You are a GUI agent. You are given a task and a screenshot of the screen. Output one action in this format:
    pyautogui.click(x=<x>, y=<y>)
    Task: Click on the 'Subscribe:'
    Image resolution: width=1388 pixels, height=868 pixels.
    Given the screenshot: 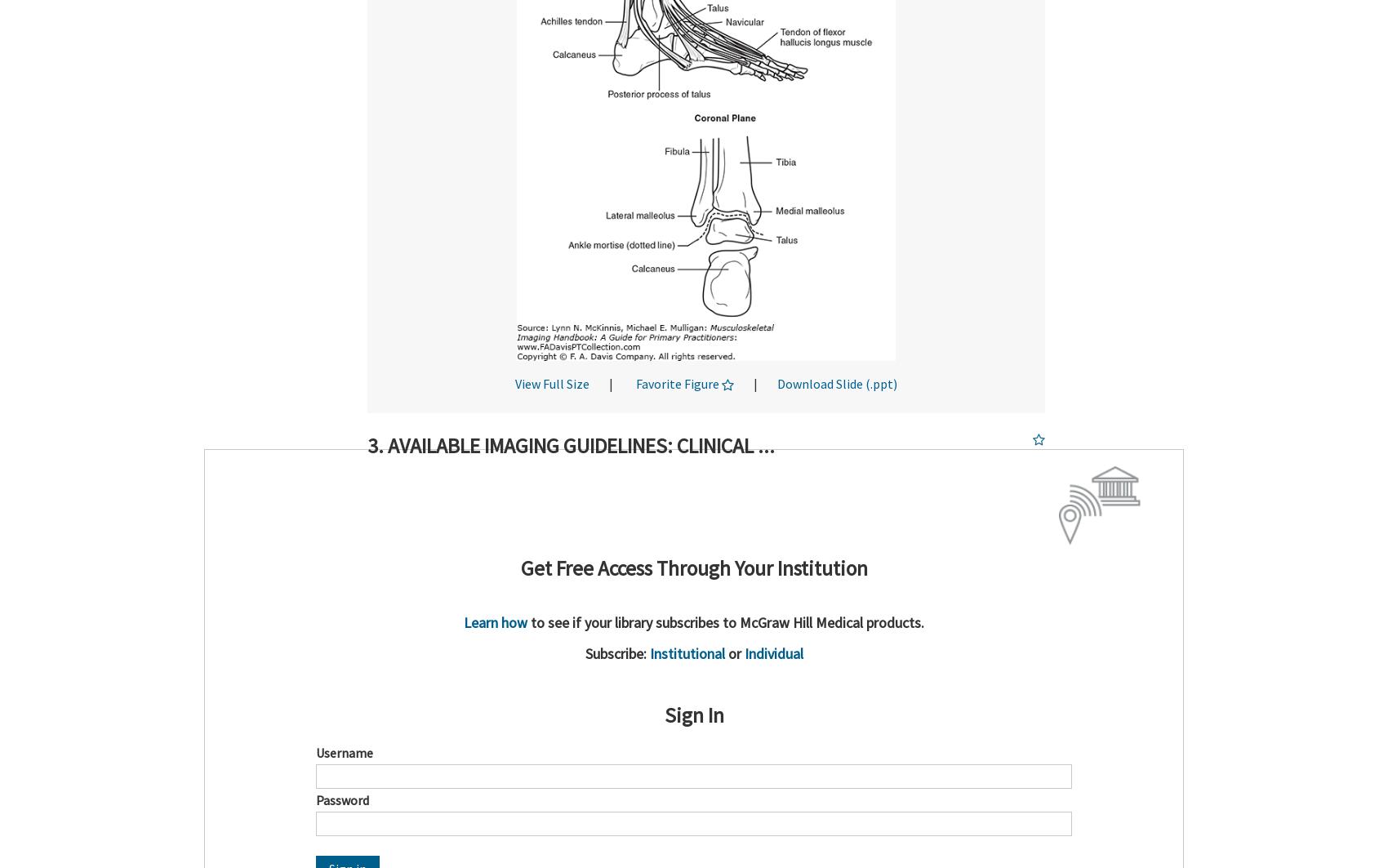 What is the action you would take?
    pyautogui.click(x=616, y=652)
    